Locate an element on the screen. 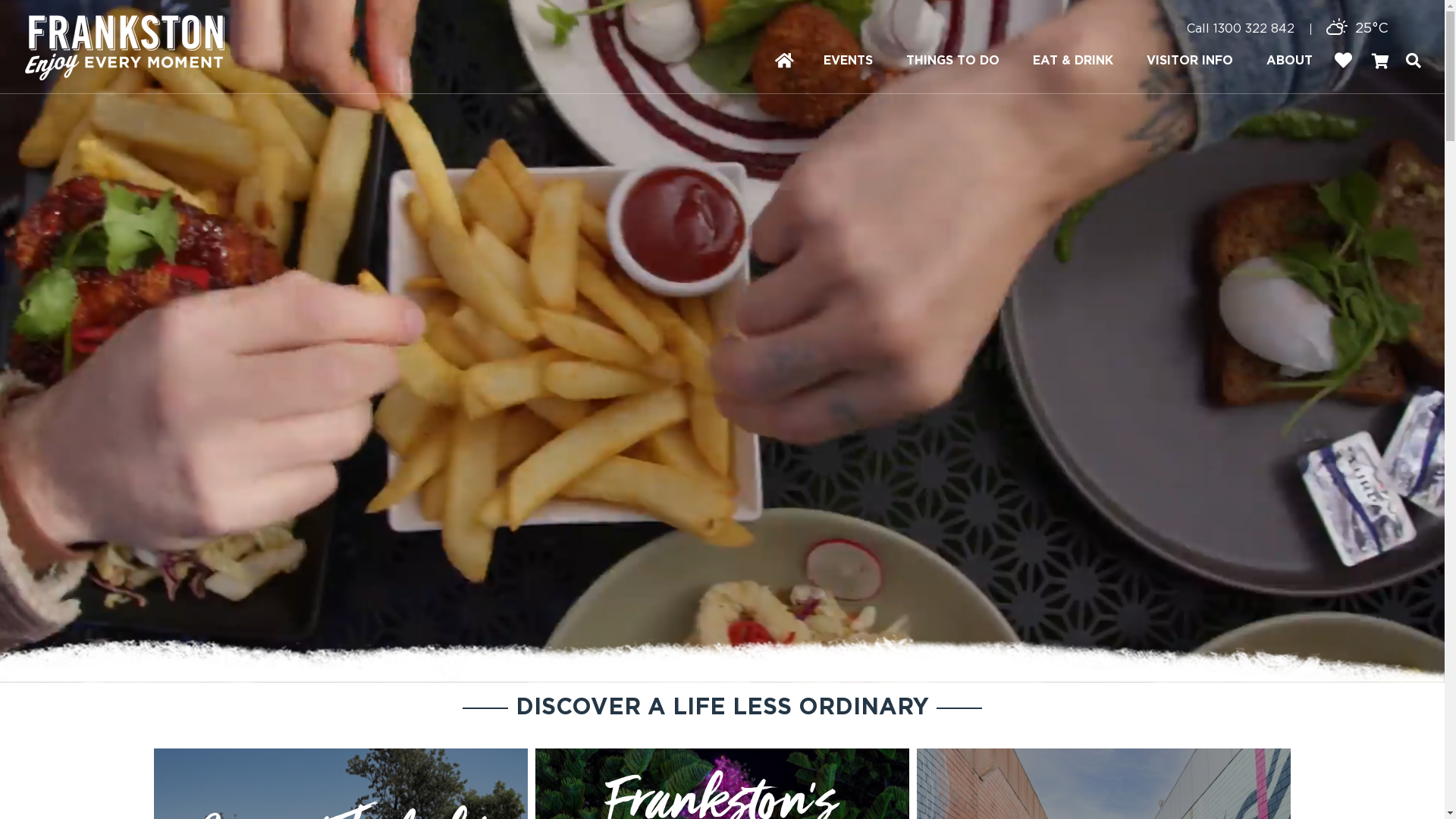 The image size is (1456, 819). 'THINGS TO DO' is located at coordinates (905, 60).